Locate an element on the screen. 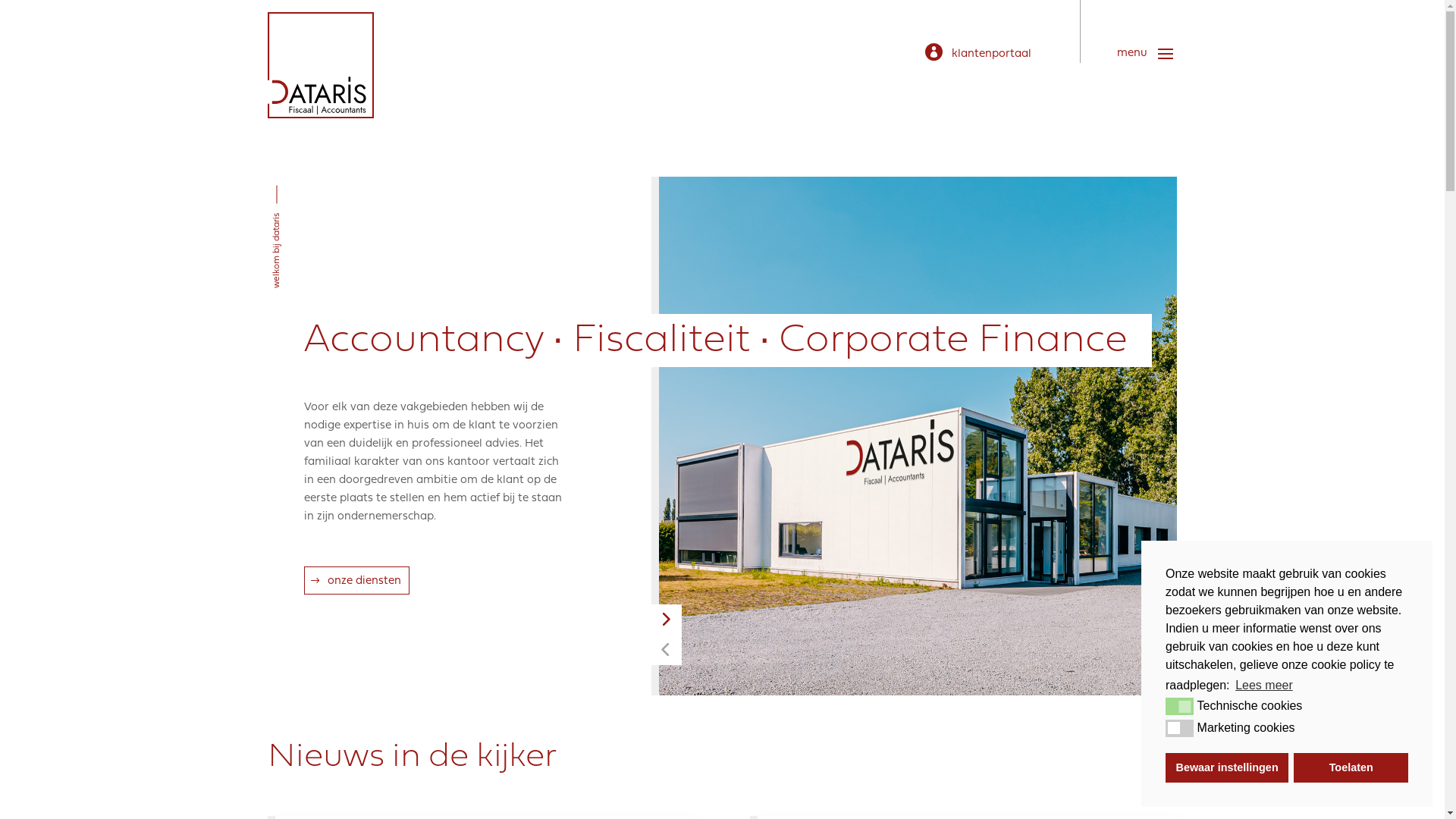  'Lees meer' is located at coordinates (1263, 685).